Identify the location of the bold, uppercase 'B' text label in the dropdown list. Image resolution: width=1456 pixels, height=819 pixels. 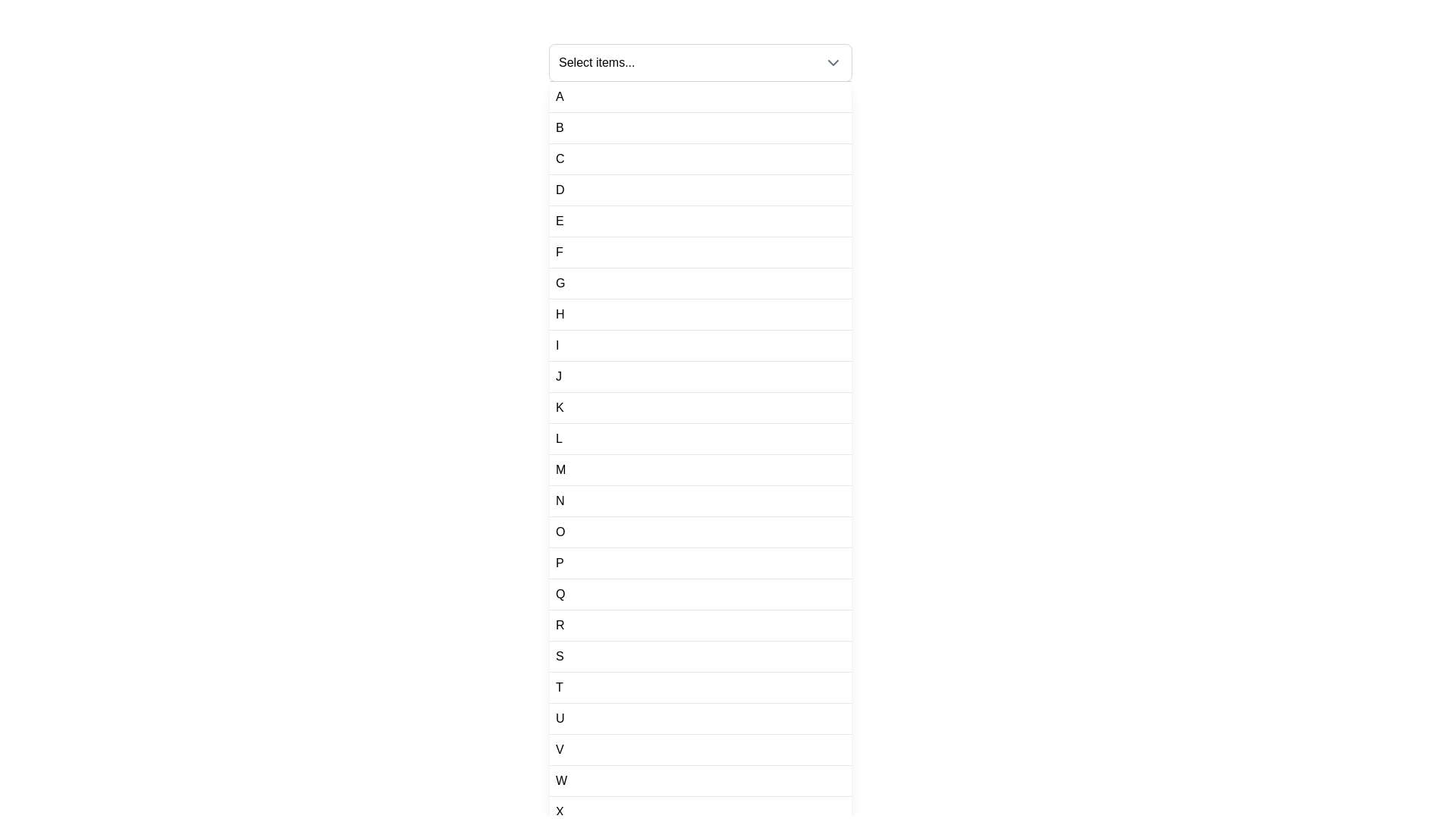
(559, 127).